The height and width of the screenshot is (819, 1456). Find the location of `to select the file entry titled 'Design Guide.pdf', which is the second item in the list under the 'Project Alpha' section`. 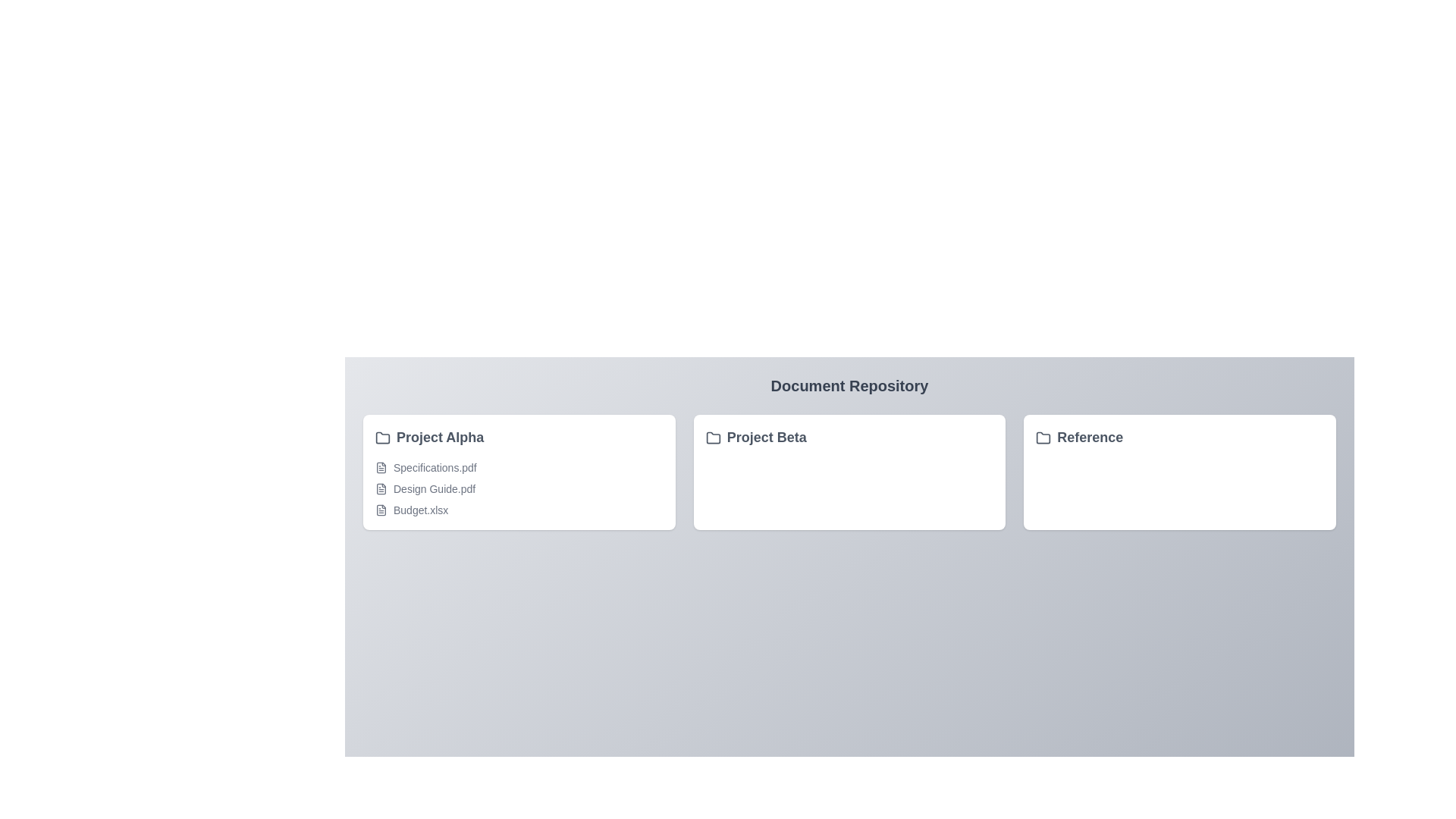

to select the file entry titled 'Design Guide.pdf', which is the second item in the list under the 'Project Alpha' section is located at coordinates (519, 488).